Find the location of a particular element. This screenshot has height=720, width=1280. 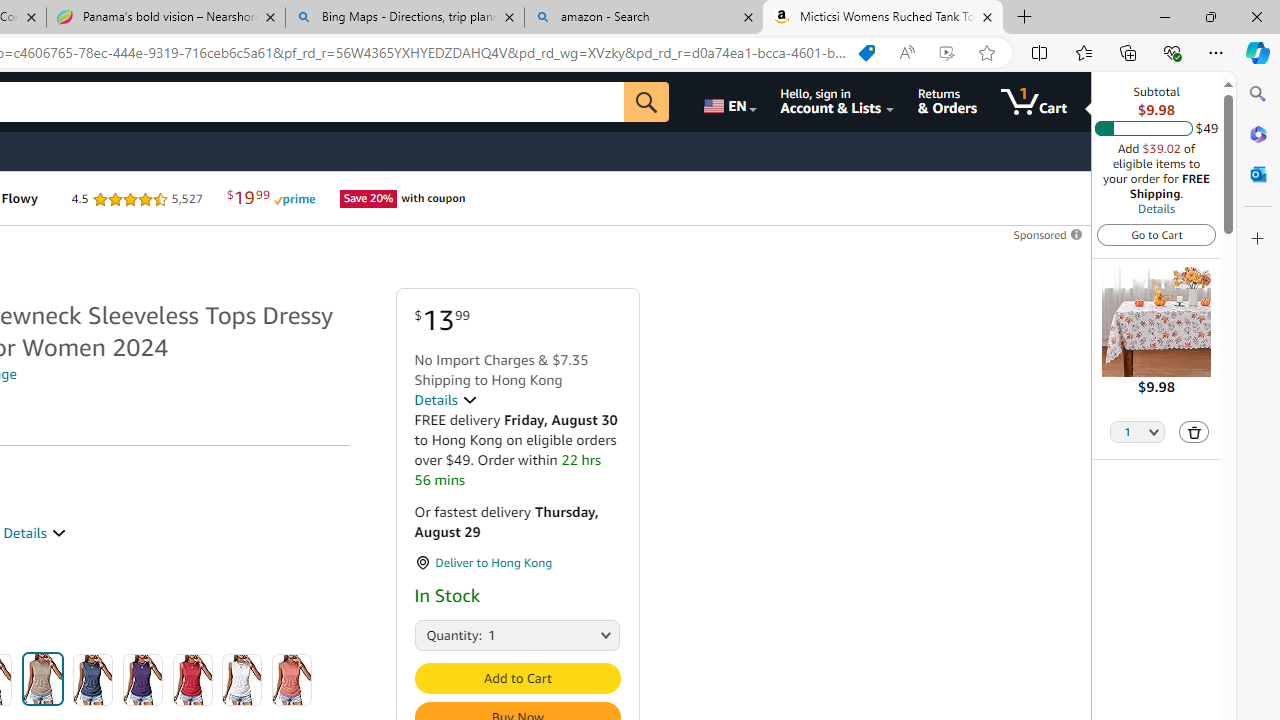

'Hello, sign in Account & Lists' is located at coordinates (837, 101).